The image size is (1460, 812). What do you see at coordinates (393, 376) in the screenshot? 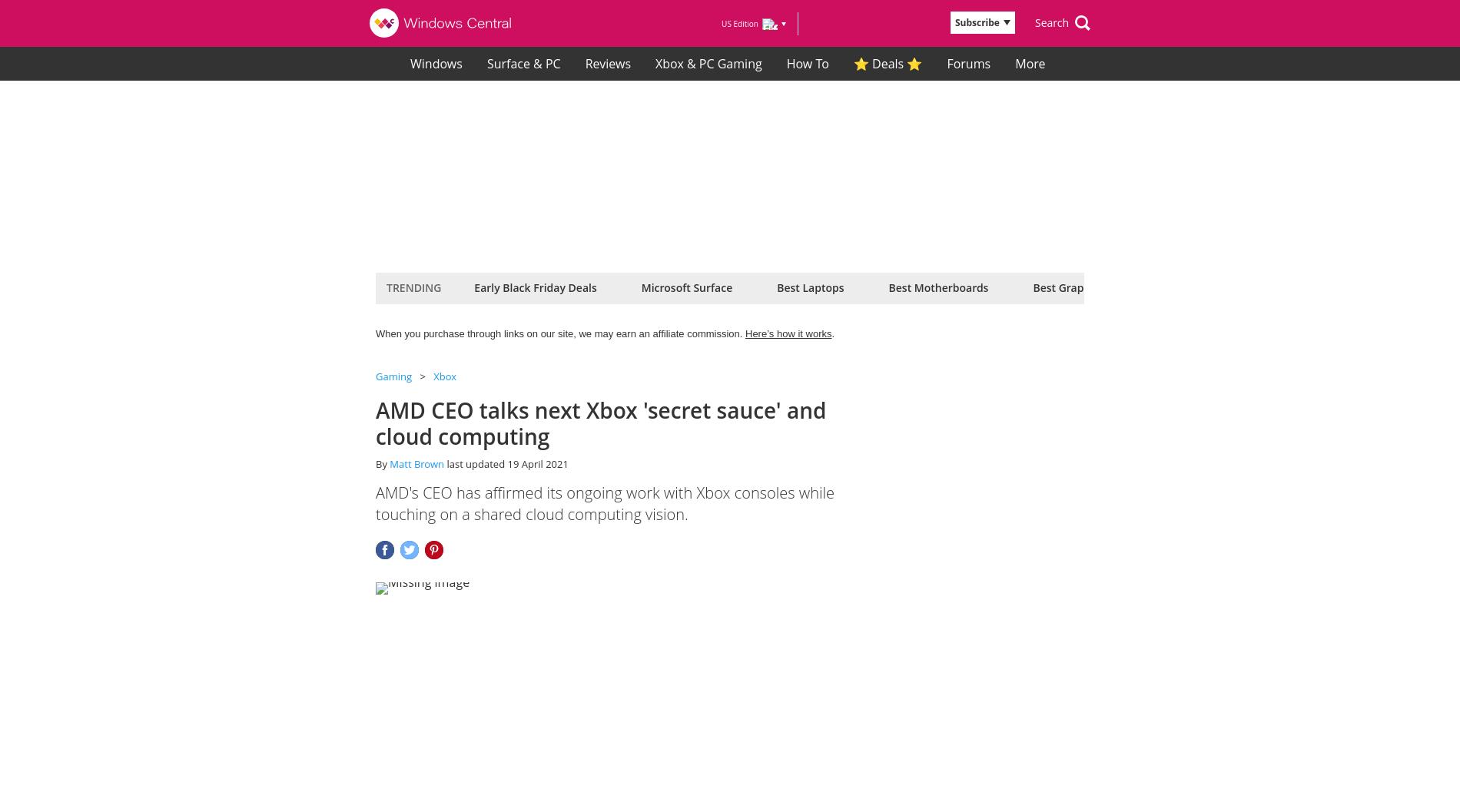
I see `'Gaming'` at bounding box center [393, 376].